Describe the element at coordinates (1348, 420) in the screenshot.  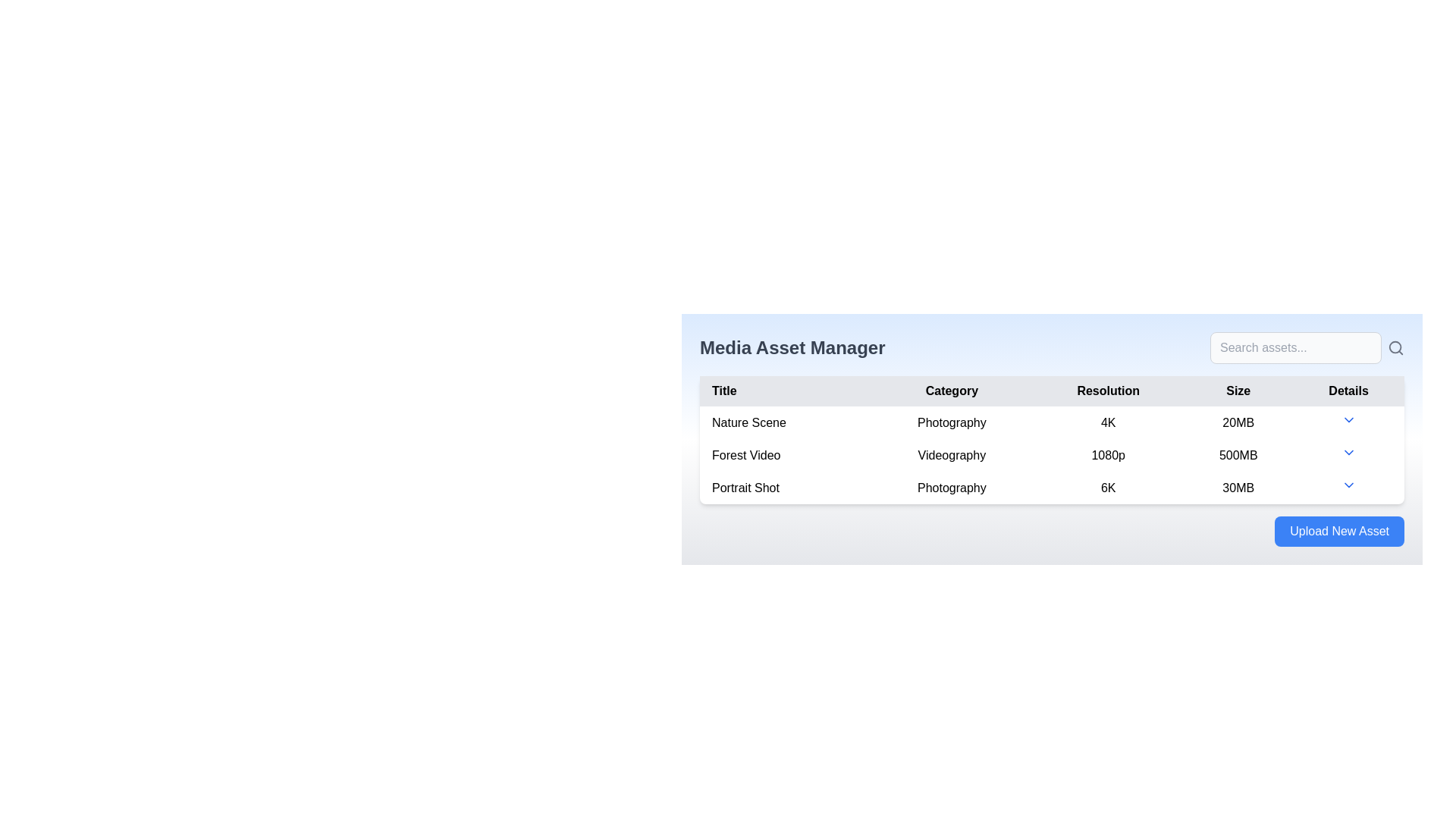
I see `the blue downward-facing chevron Dropdown Icon located in the last column of the first row of the table in the 'Details' section to trigger the tooltip or highlight effect` at that location.